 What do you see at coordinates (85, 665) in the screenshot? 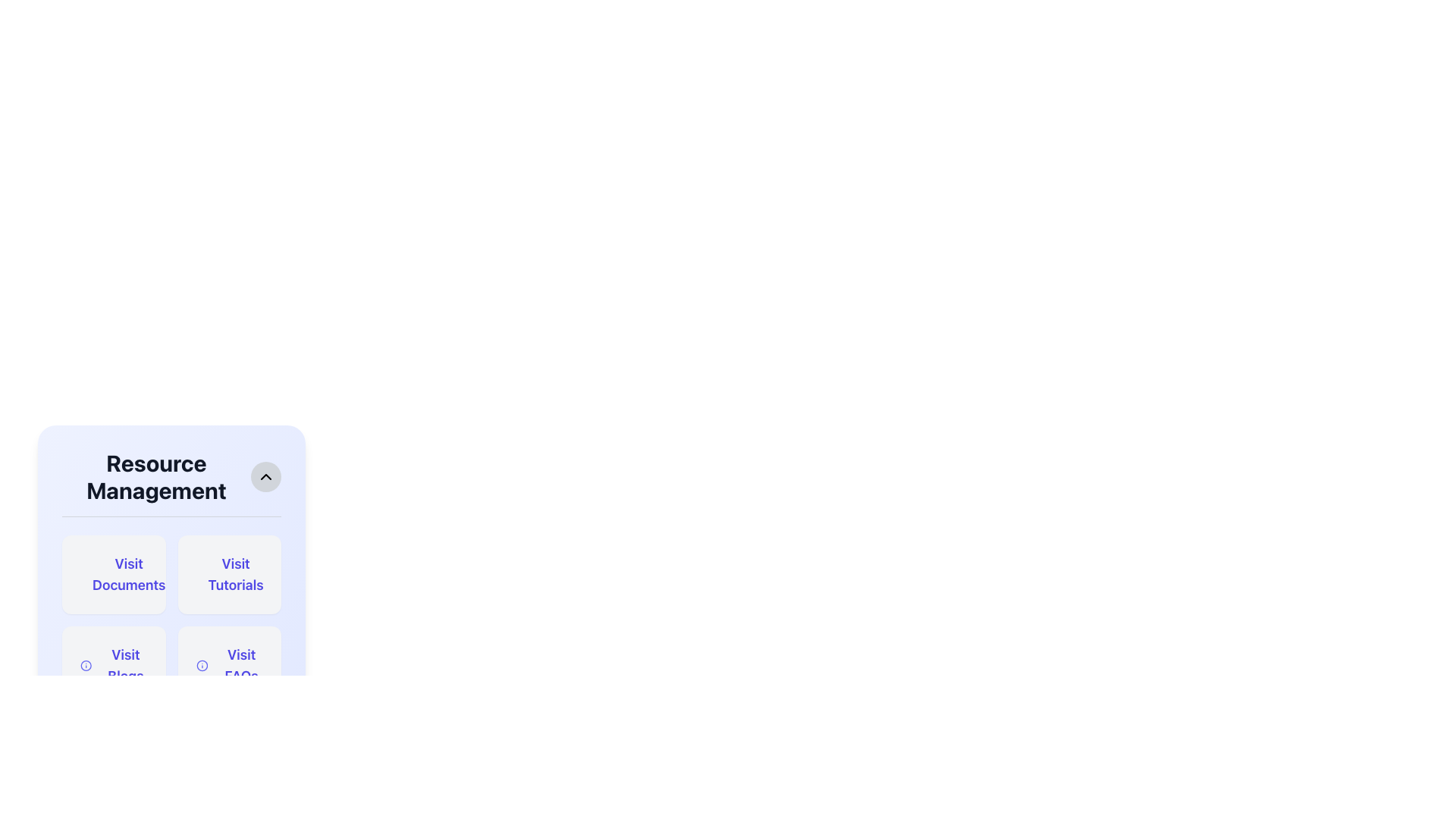
I see `the blue outlined circular icon with an 'i' symbol located to the left of the 'Visit Blogs' text link` at bounding box center [85, 665].